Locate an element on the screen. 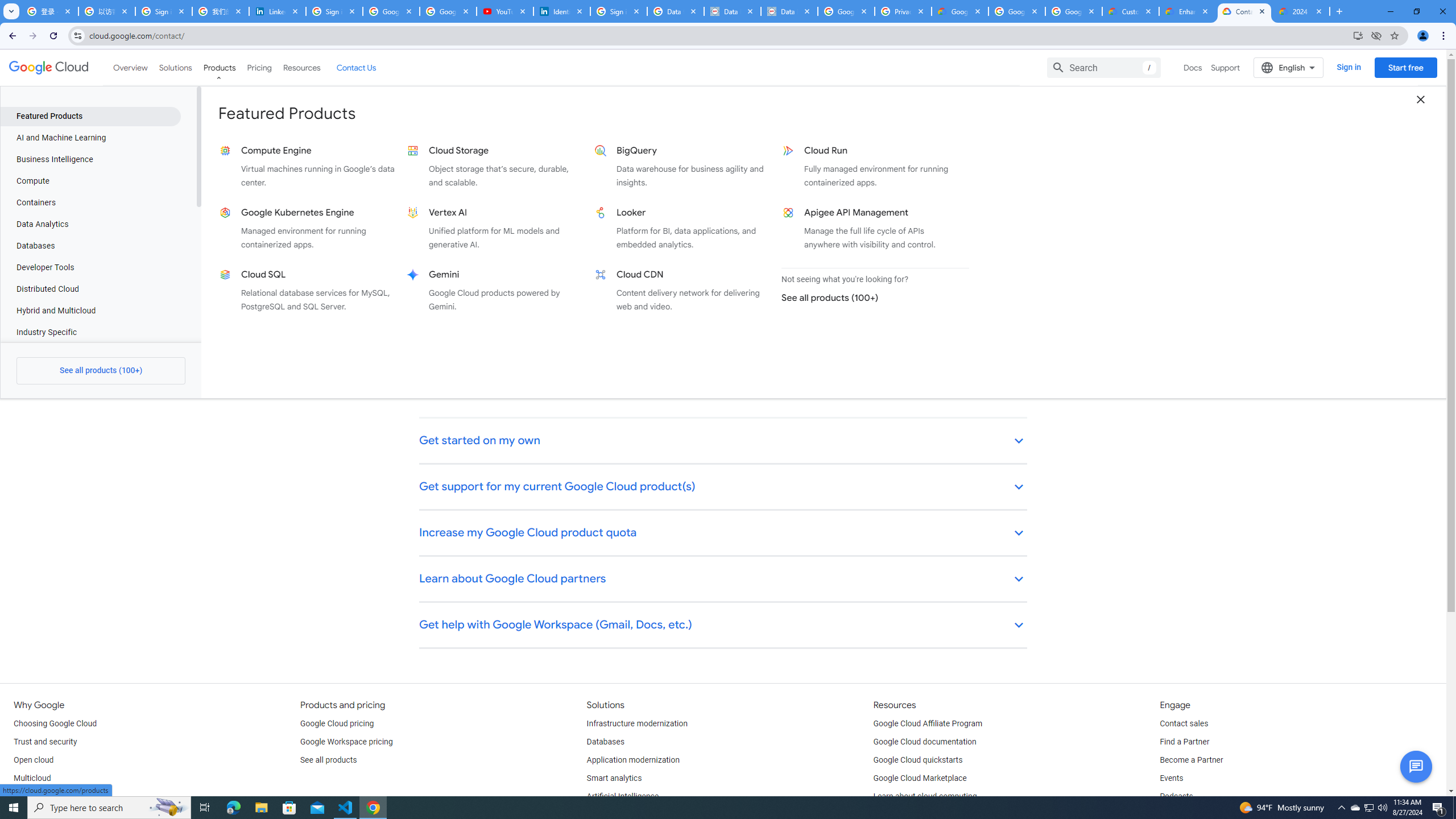 The width and height of the screenshot is (1456, 819). 'Customer Care | Google Cloud' is located at coordinates (1131, 11).